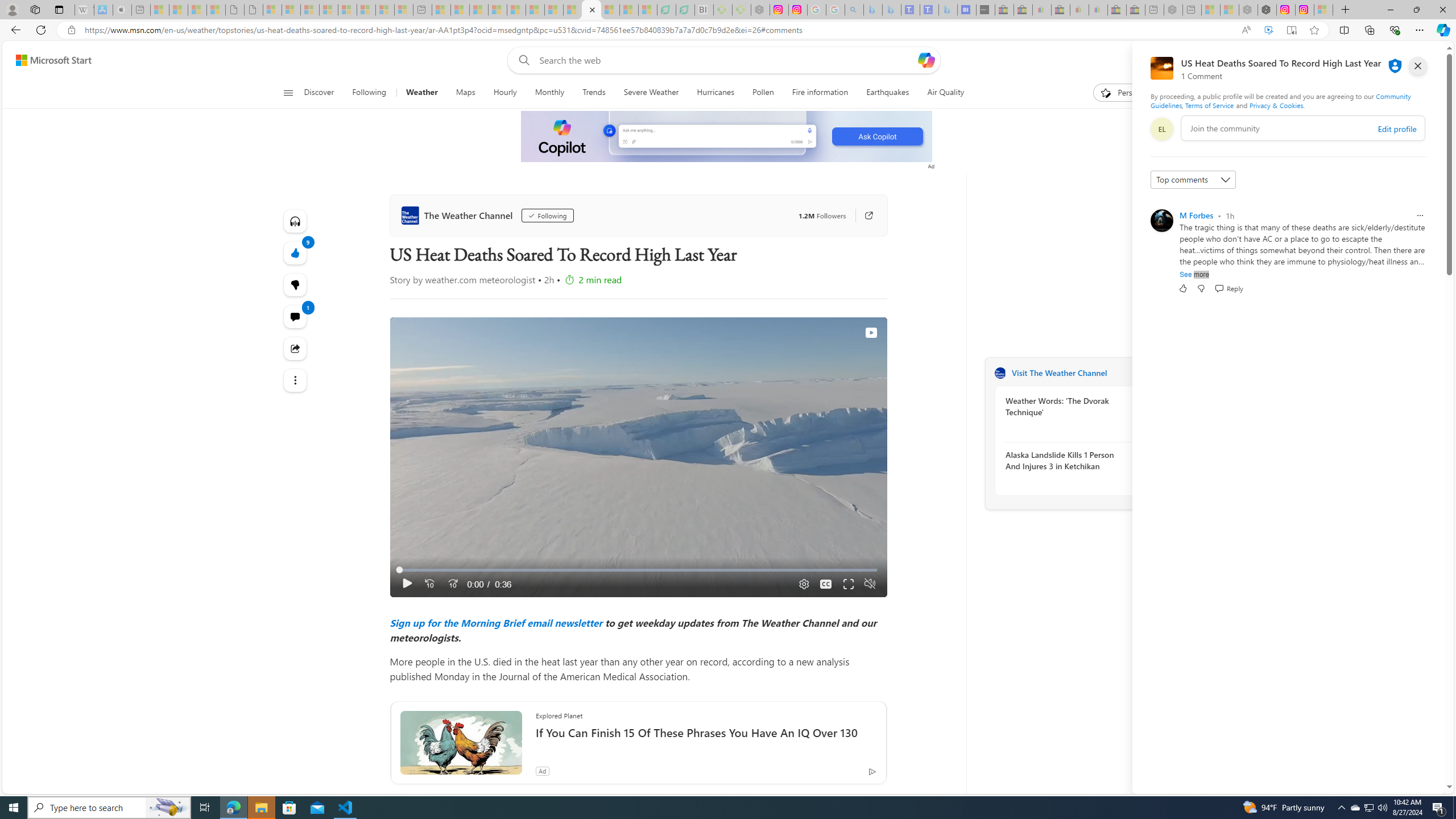 The height and width of the screenshot is (819, 1456). I want to click on 'Monthly', so click(549, 92).